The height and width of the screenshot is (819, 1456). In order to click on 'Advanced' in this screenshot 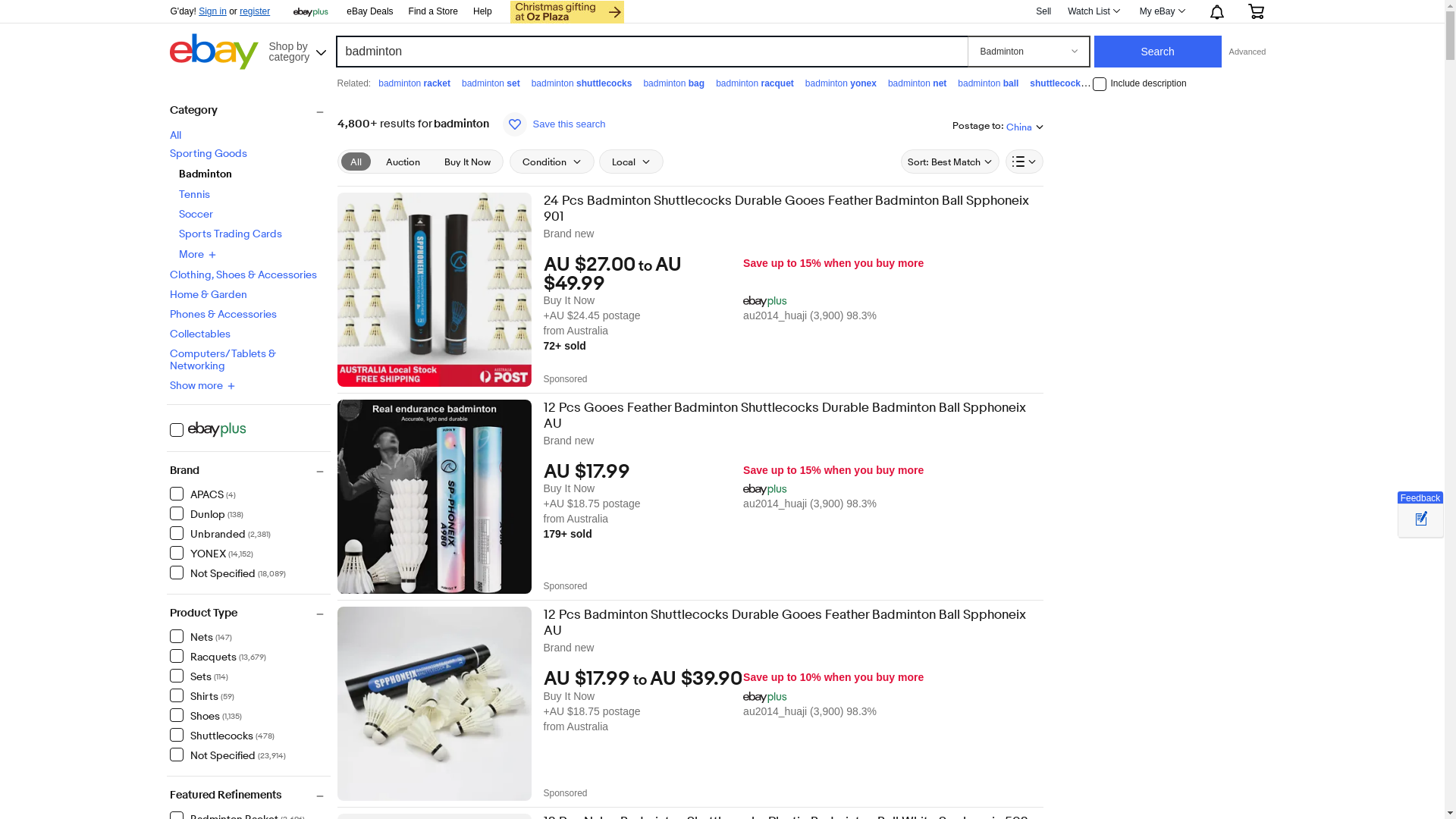, I will do `click(1247, 51)`.